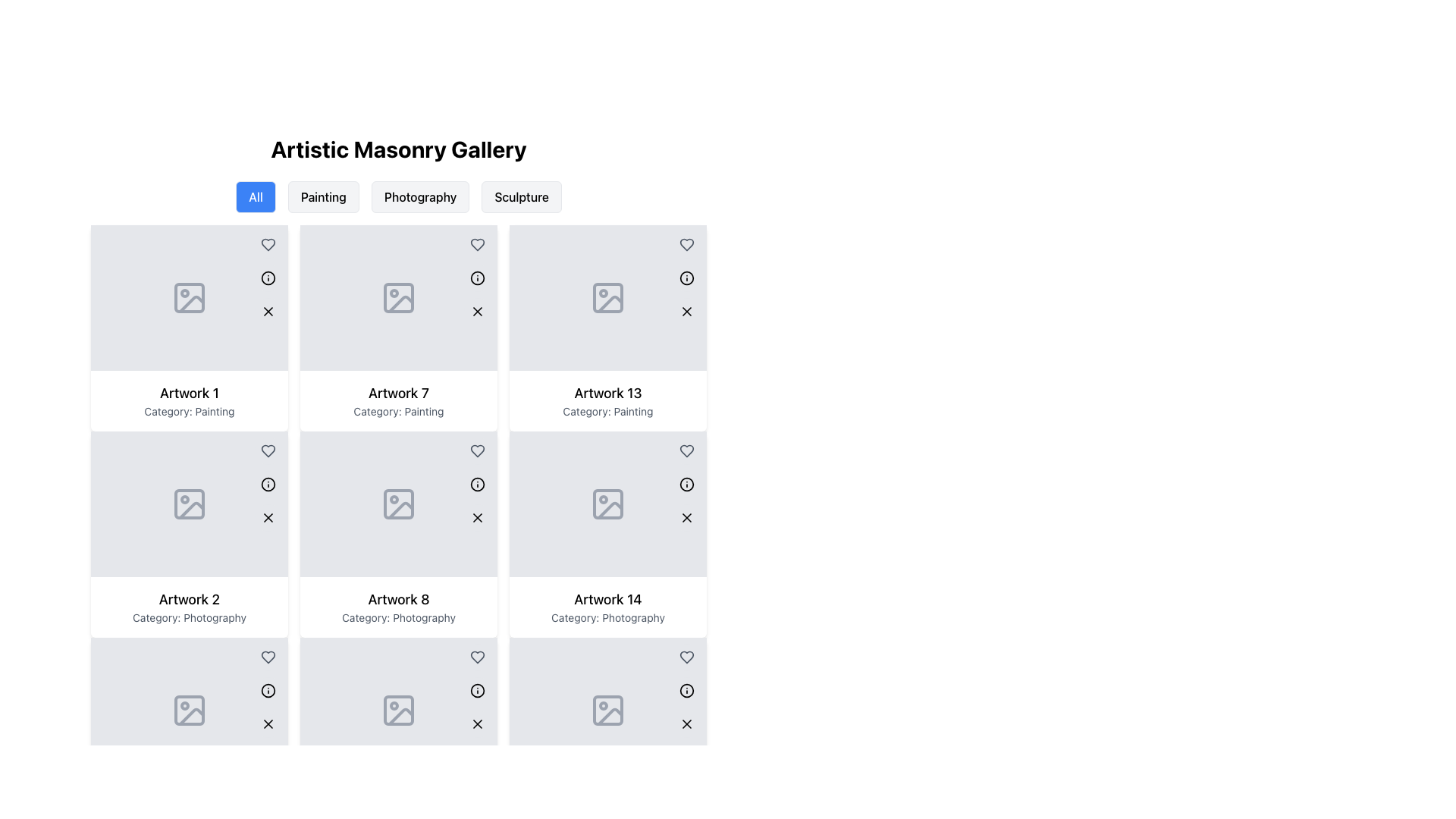 Image resolution: width=1456 pixels, height=819 pixels. Describe the element at coordinates (188, 504) in the screenshot. I see `the icon representing an image in the gallery, specifically located in the second item of the first column in the masonry layout under the card labeled 'Artwork 2'` at that location.